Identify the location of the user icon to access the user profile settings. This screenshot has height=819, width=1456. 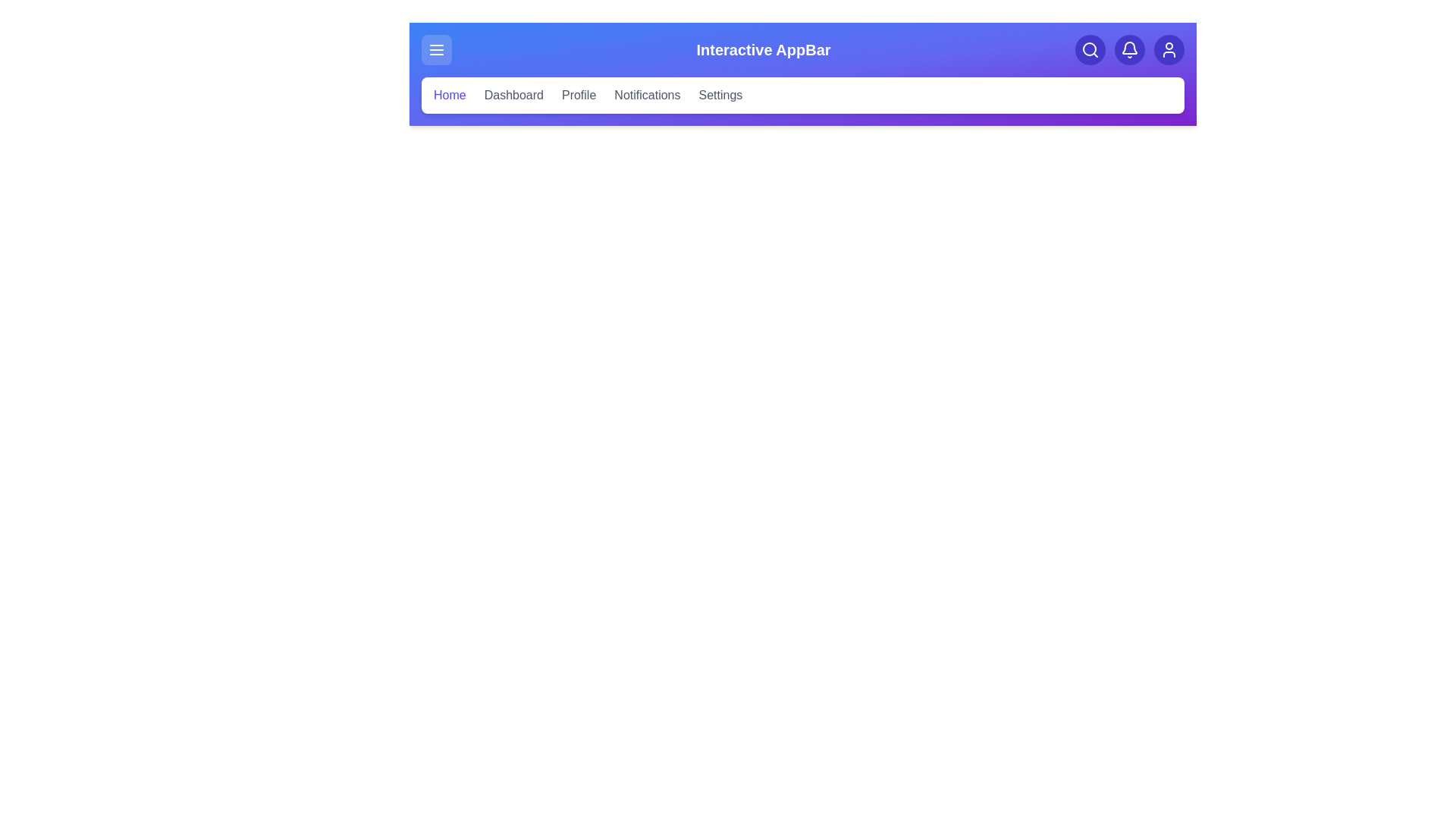
(1168, 49).